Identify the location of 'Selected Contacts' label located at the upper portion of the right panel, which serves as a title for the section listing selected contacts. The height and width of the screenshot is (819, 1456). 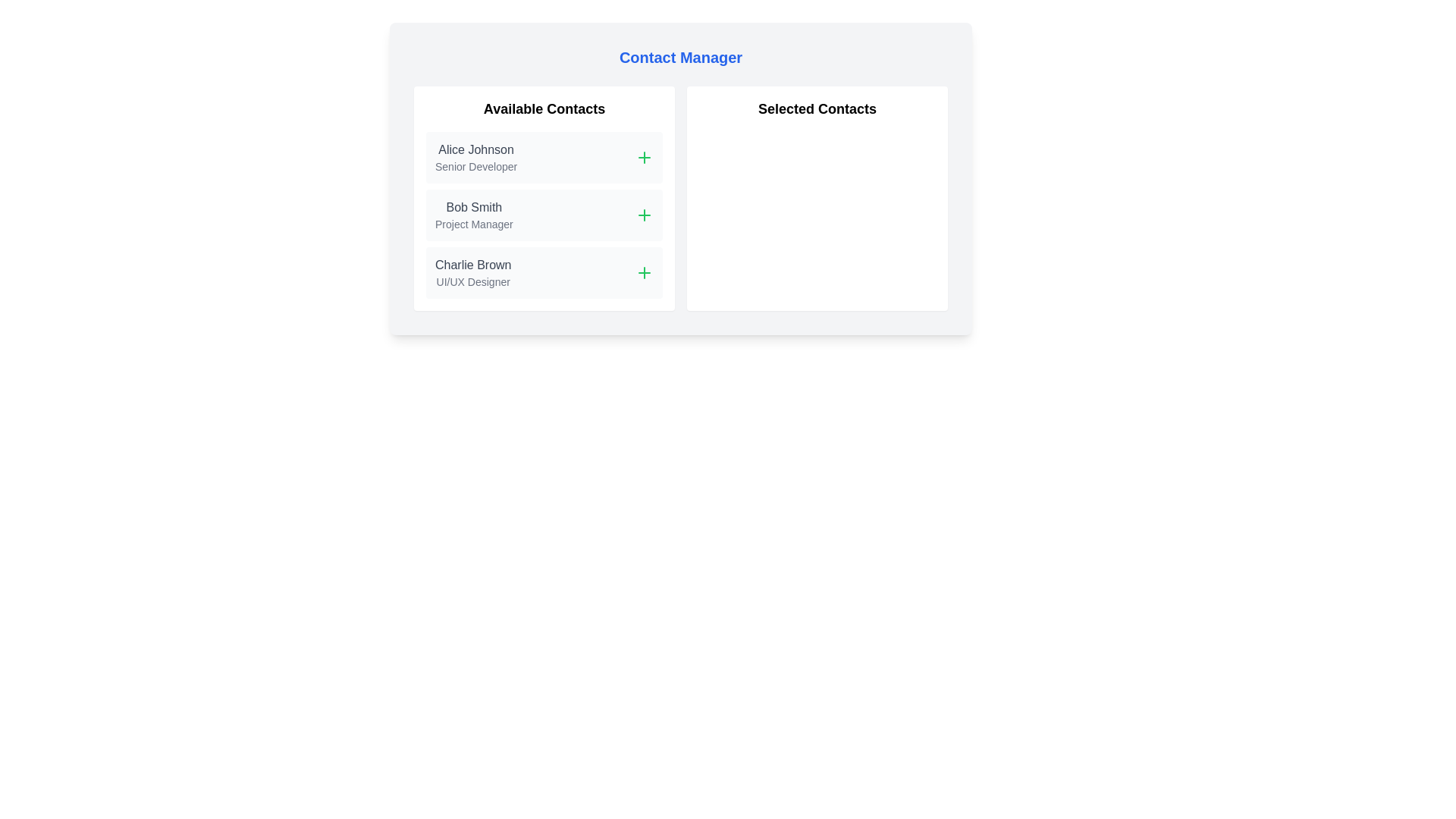
(817, 108).